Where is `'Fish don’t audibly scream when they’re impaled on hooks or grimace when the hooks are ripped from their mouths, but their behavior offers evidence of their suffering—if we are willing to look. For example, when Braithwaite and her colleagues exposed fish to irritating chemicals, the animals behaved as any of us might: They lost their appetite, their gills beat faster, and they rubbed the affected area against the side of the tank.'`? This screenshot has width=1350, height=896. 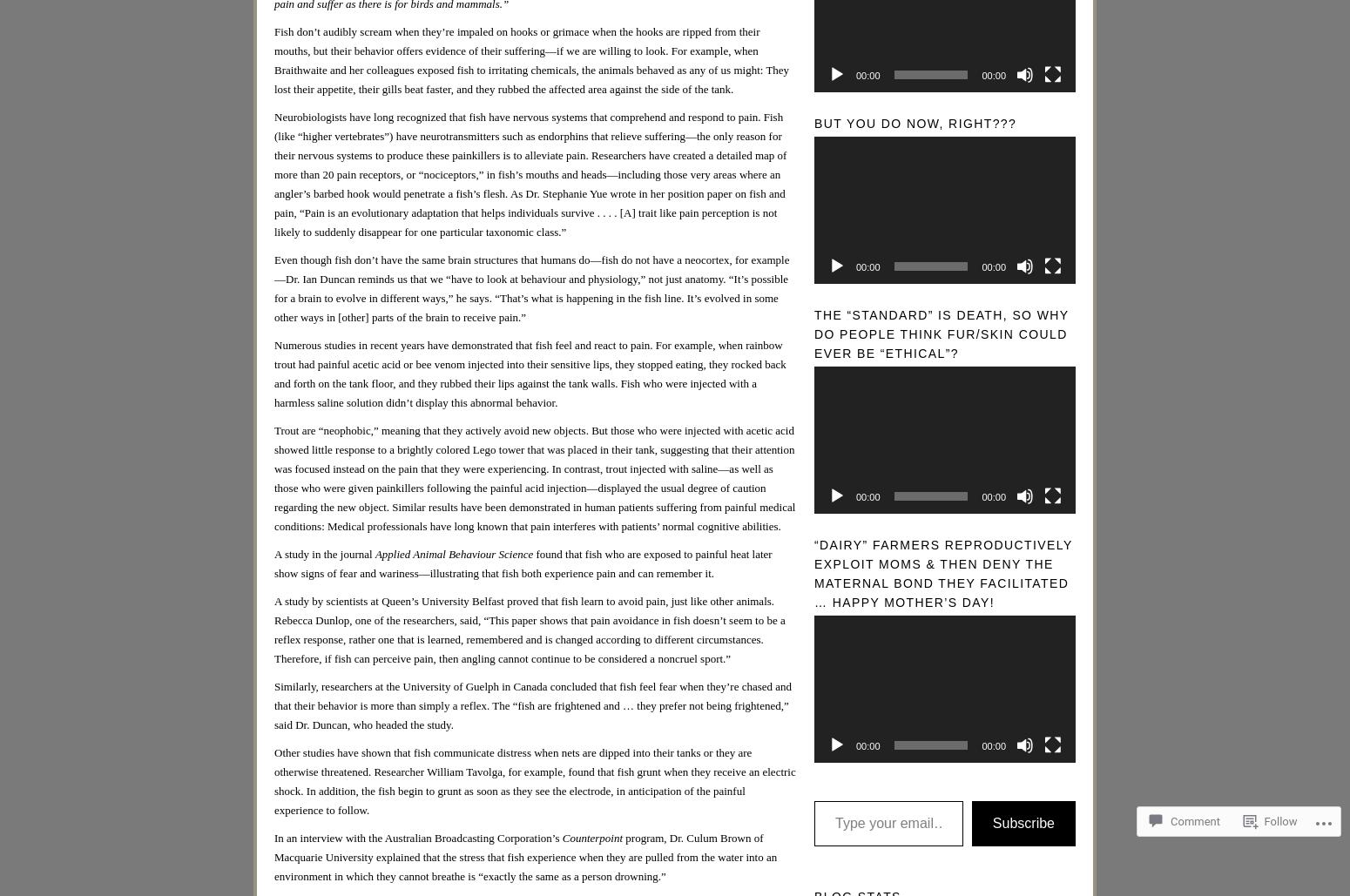 'Fish don’t audibly scream when they’re impaled on hooks or grimace when the hooks are ripped from their mouths, but their behavior offers evidence of their suffering—if we are willing to look. For example, when Braithwaite and her colleagues exposed fish to irritating chemicals, the animals behaved as any of us might: They lost their appetite, their gills beat faster, and they rubbed the affected area against the side of the tank.' is located at coordinates (531, 59).